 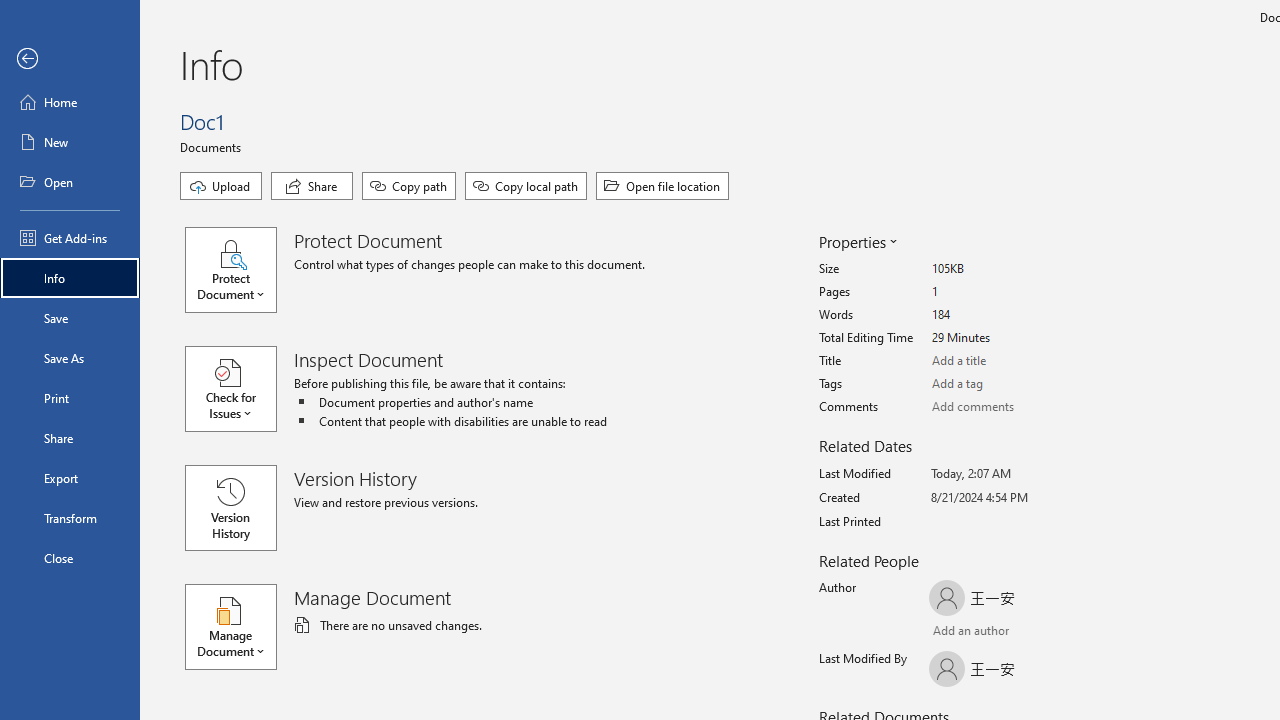 What do you see at coordinates (856, 240) in the screenshot?
I see `'Properties'` at bounding box center [856, 240].